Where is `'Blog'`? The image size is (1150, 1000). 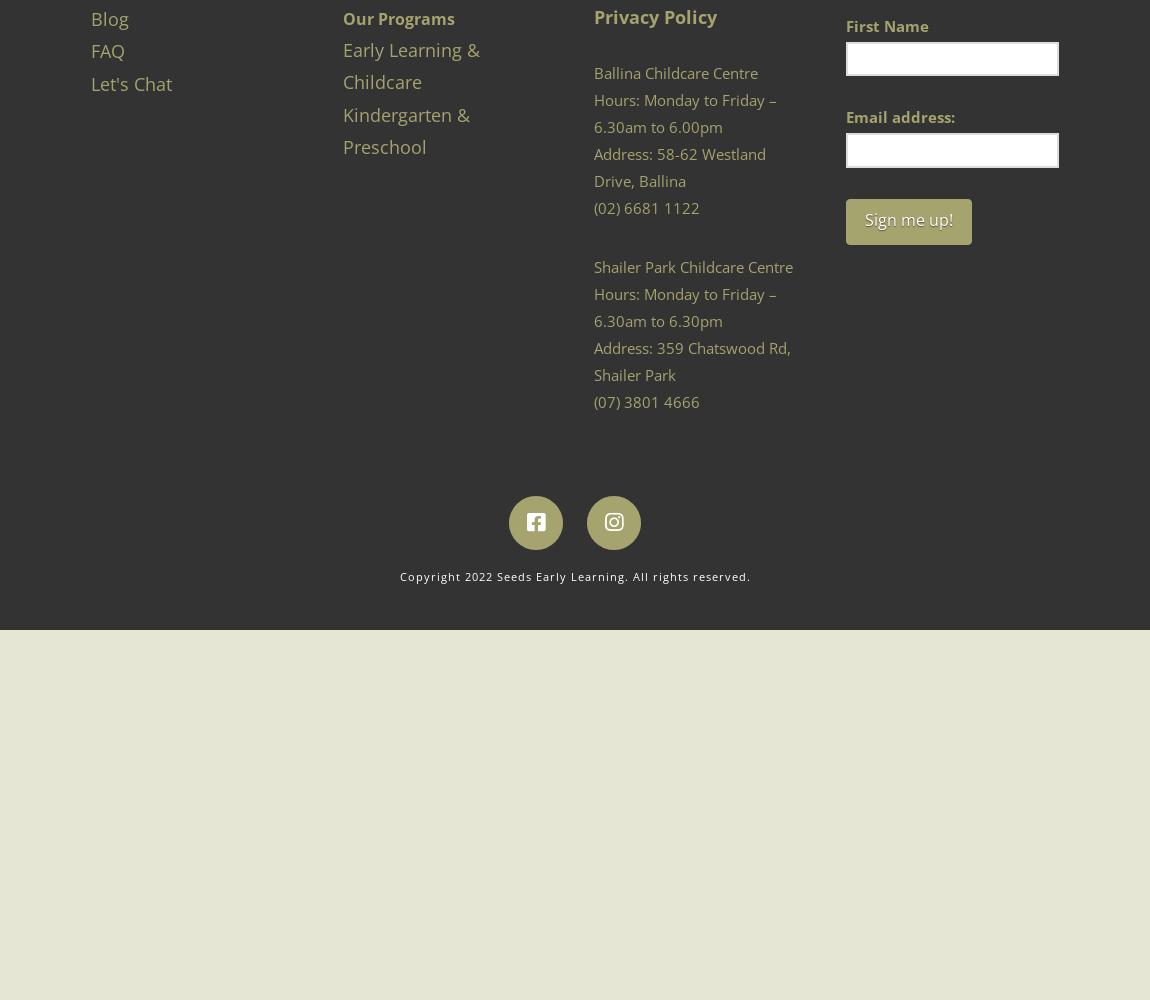
'Blog' is located at coordinates (109, 18).